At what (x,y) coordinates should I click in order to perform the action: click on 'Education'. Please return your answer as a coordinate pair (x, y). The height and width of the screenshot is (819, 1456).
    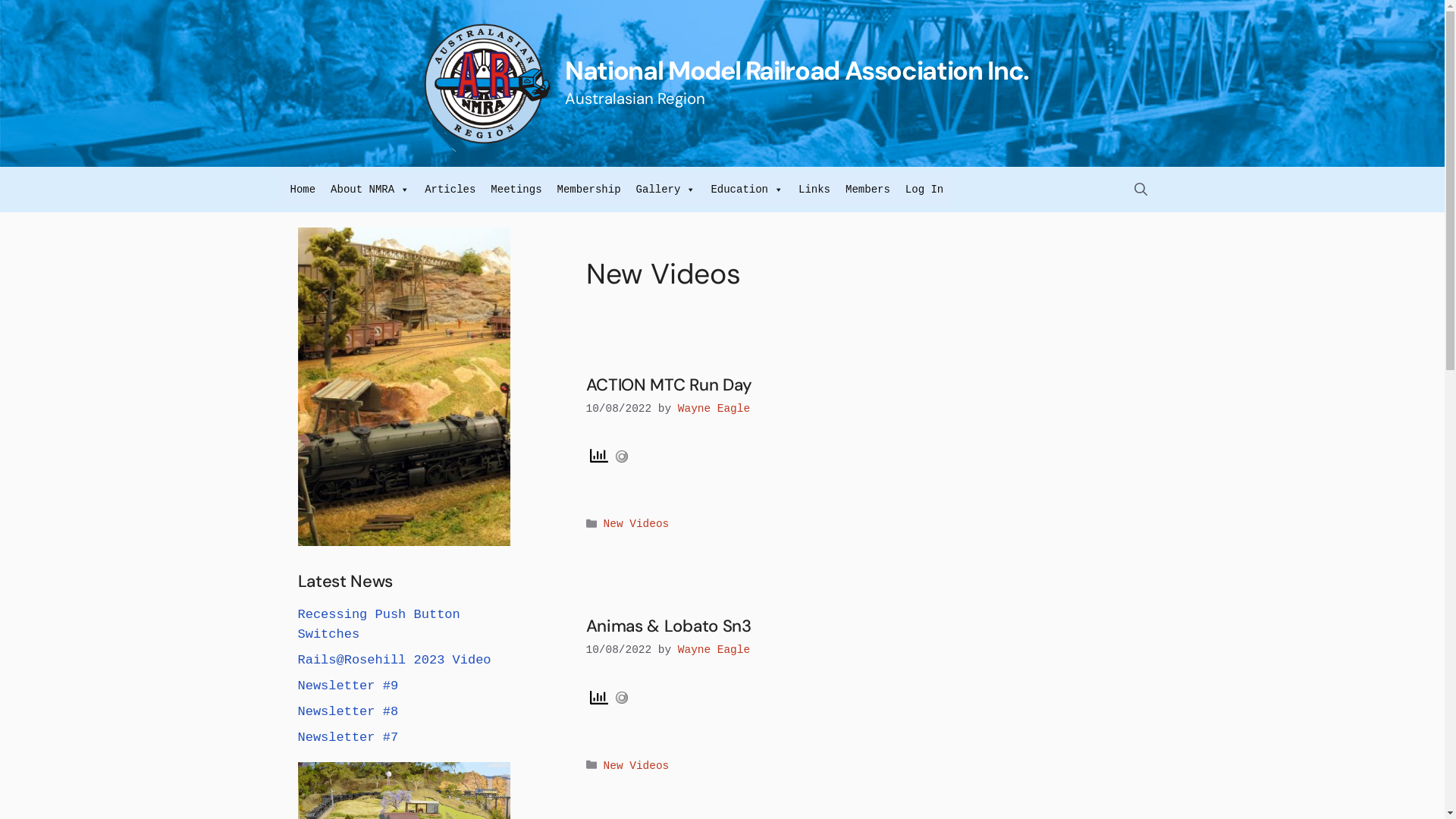
    Looking at the image, I should click on (746, 189).